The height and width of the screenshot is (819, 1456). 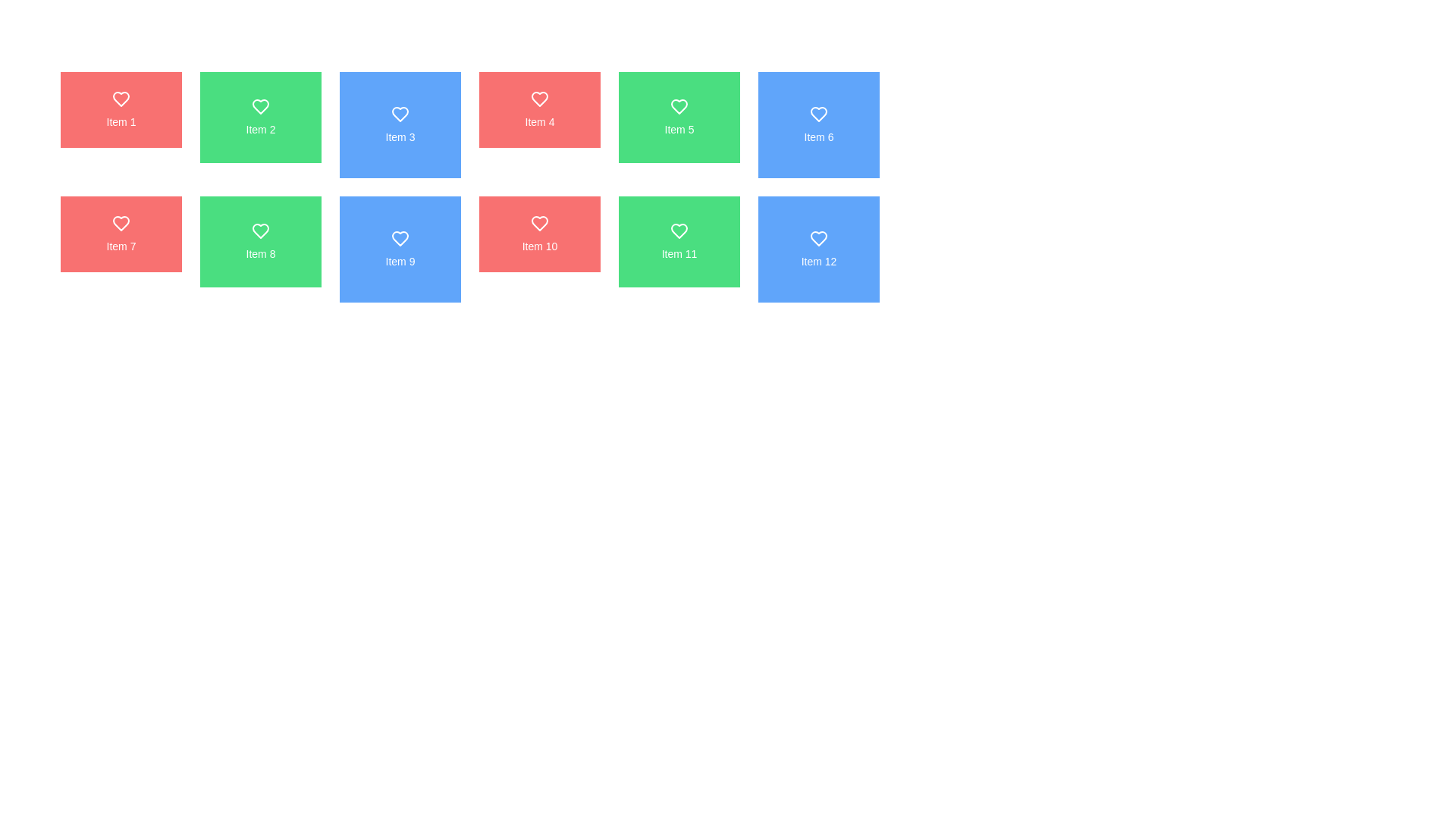 I want to click on the white text label that displays 'Item 11', which is centered within a green rectangular background, so click(x=679, y=253).